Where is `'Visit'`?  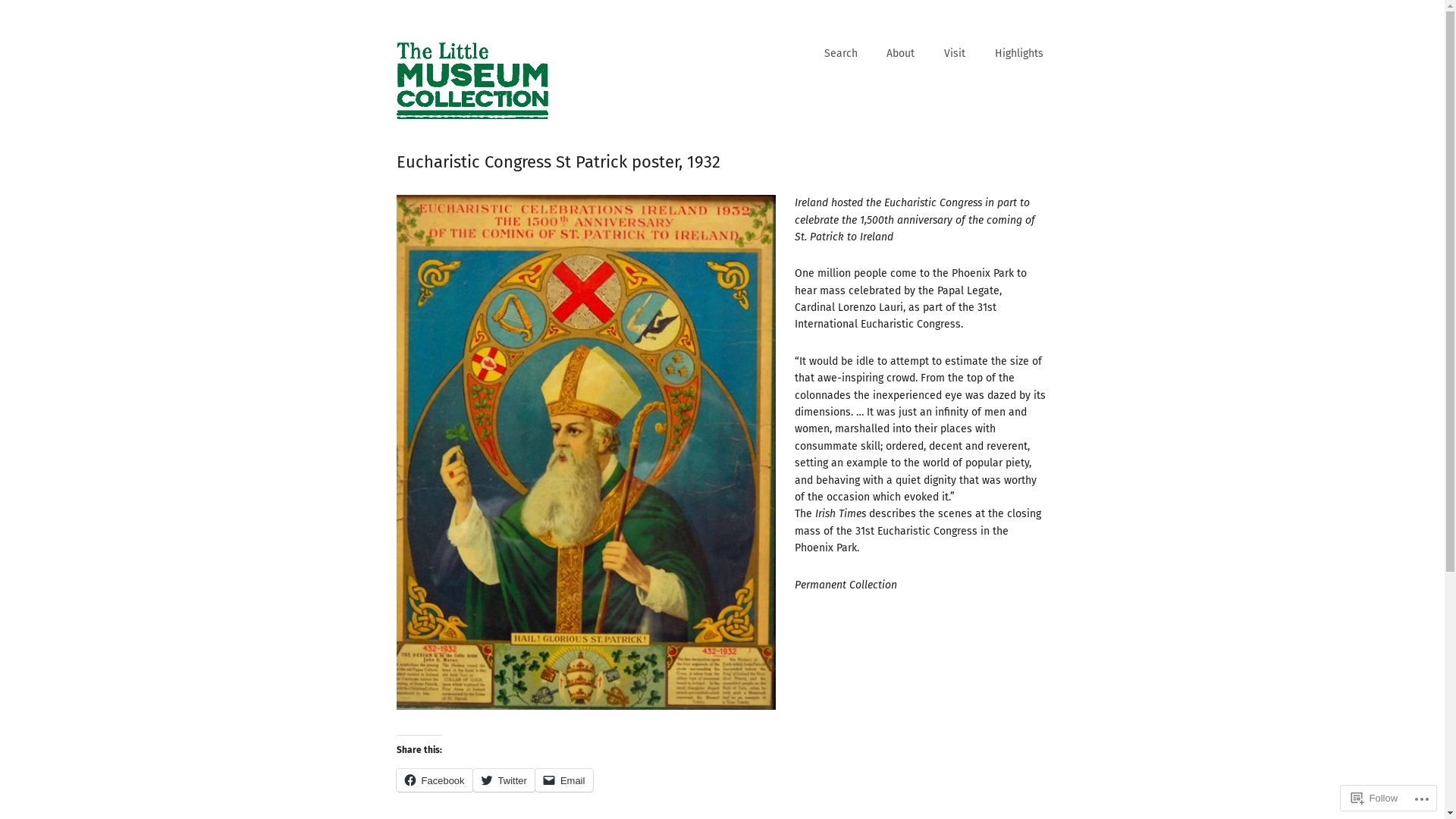 'Visit' is located at coordinates (953, 53).